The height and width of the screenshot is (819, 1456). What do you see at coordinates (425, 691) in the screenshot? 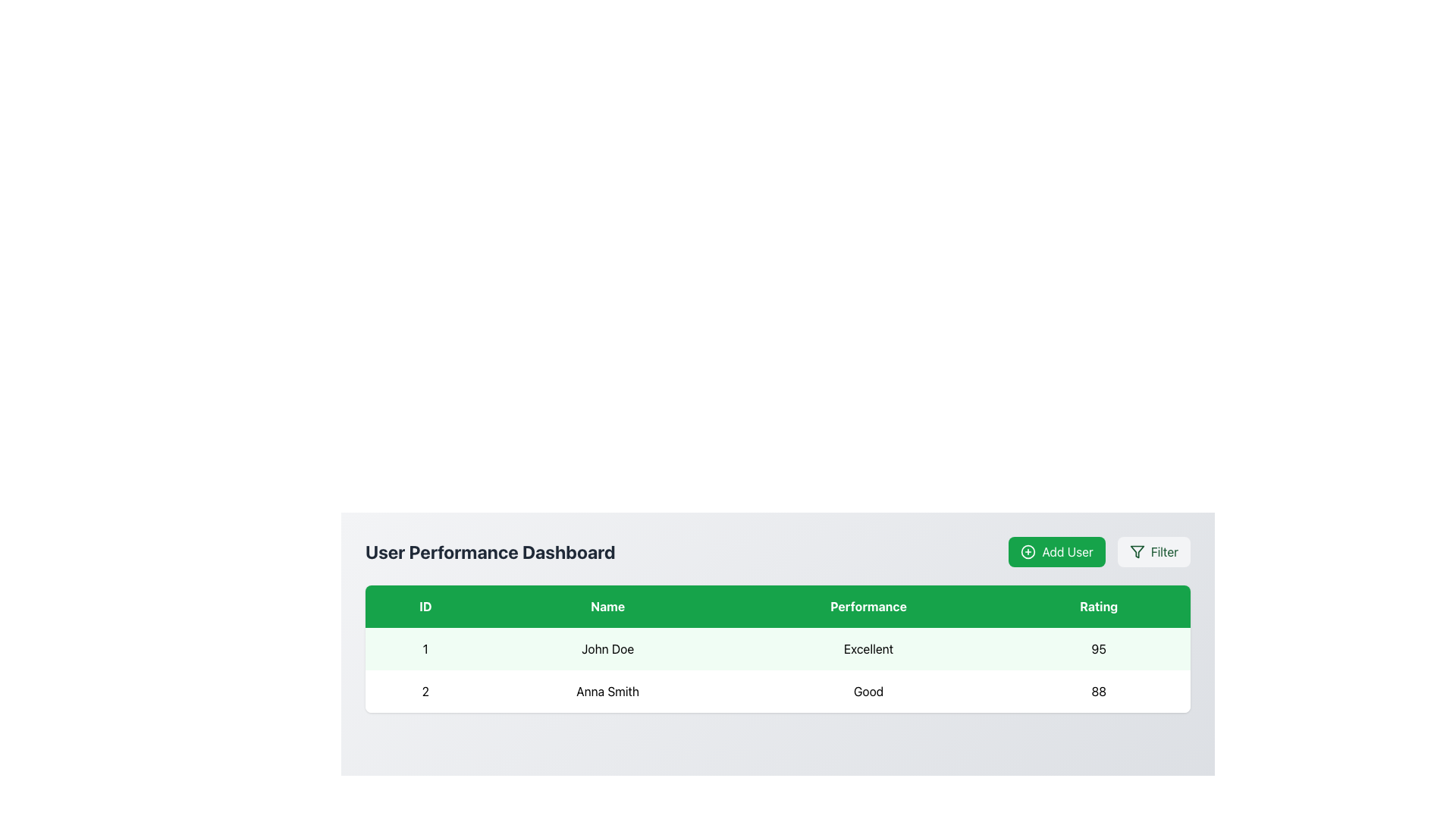
I see `the table cell containing the centered text '2' in the second row under the 'ID' column` at bounding box center [425, 691].